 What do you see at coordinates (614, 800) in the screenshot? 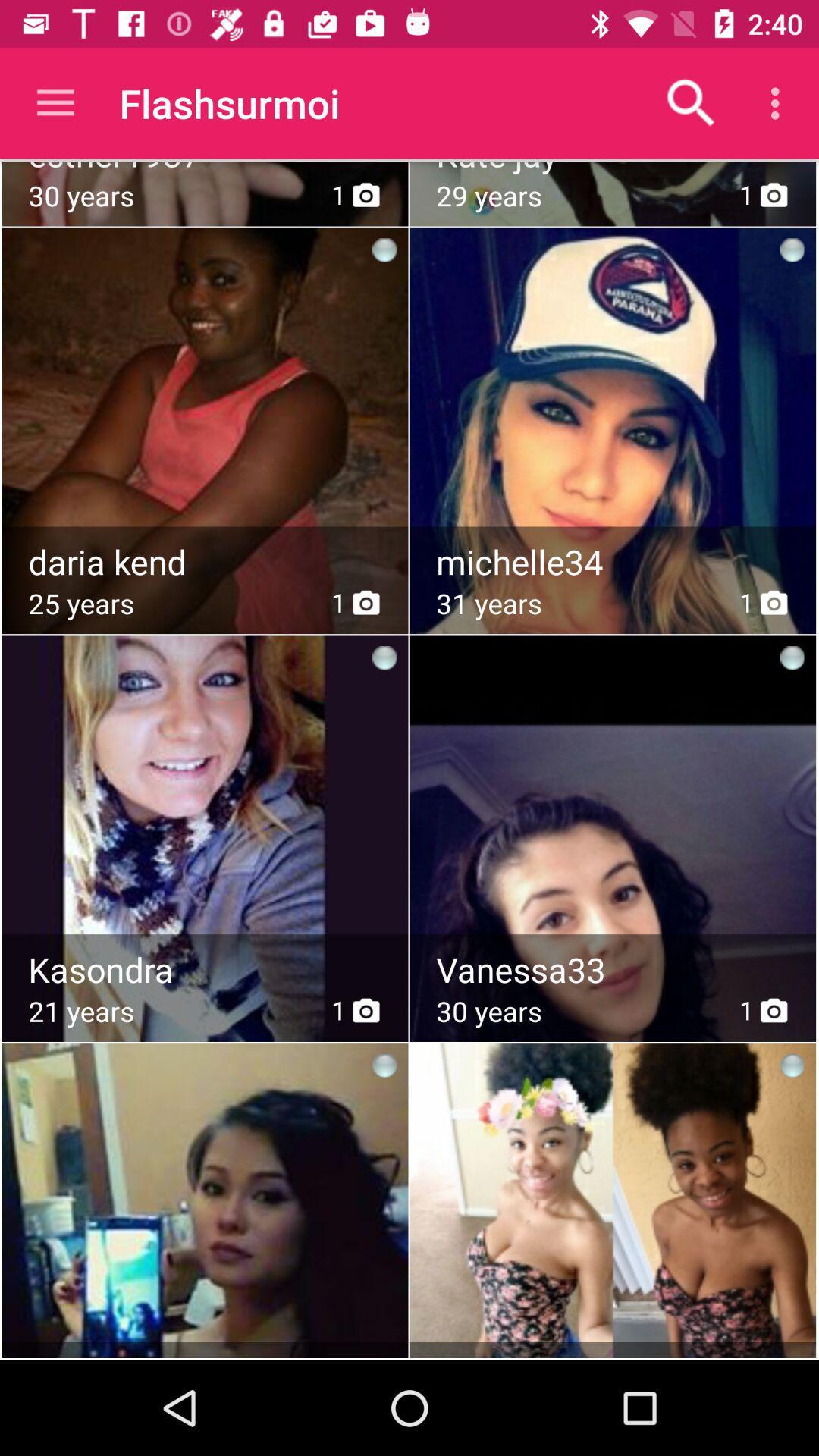
I see `photo` at bounding box center [614, 800].